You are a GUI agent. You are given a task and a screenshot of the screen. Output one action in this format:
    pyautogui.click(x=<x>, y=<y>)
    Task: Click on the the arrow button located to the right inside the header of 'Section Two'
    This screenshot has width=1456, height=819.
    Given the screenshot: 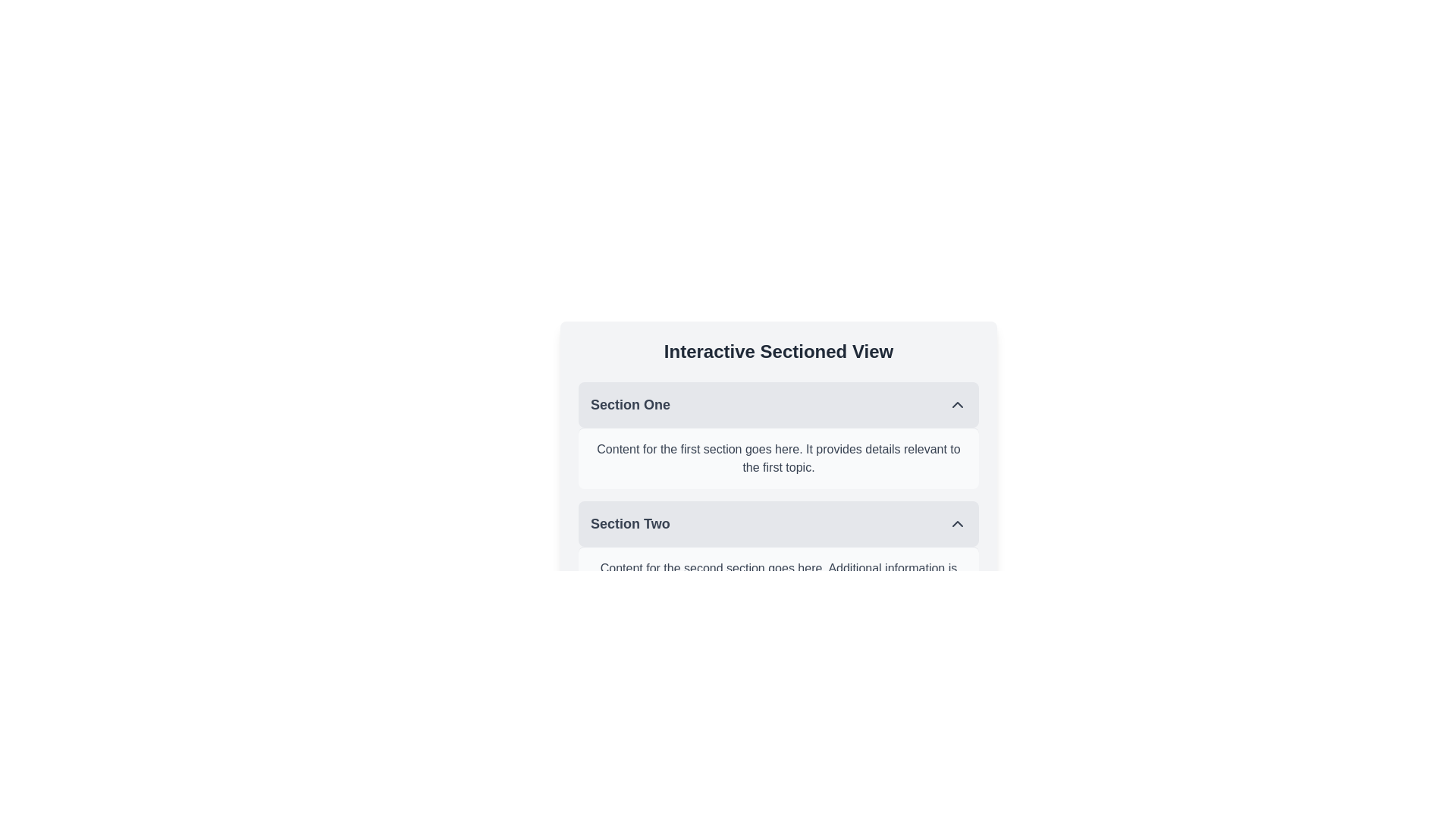 What is the action you would take?
    pyautogui.click(x=956, y=522)
    